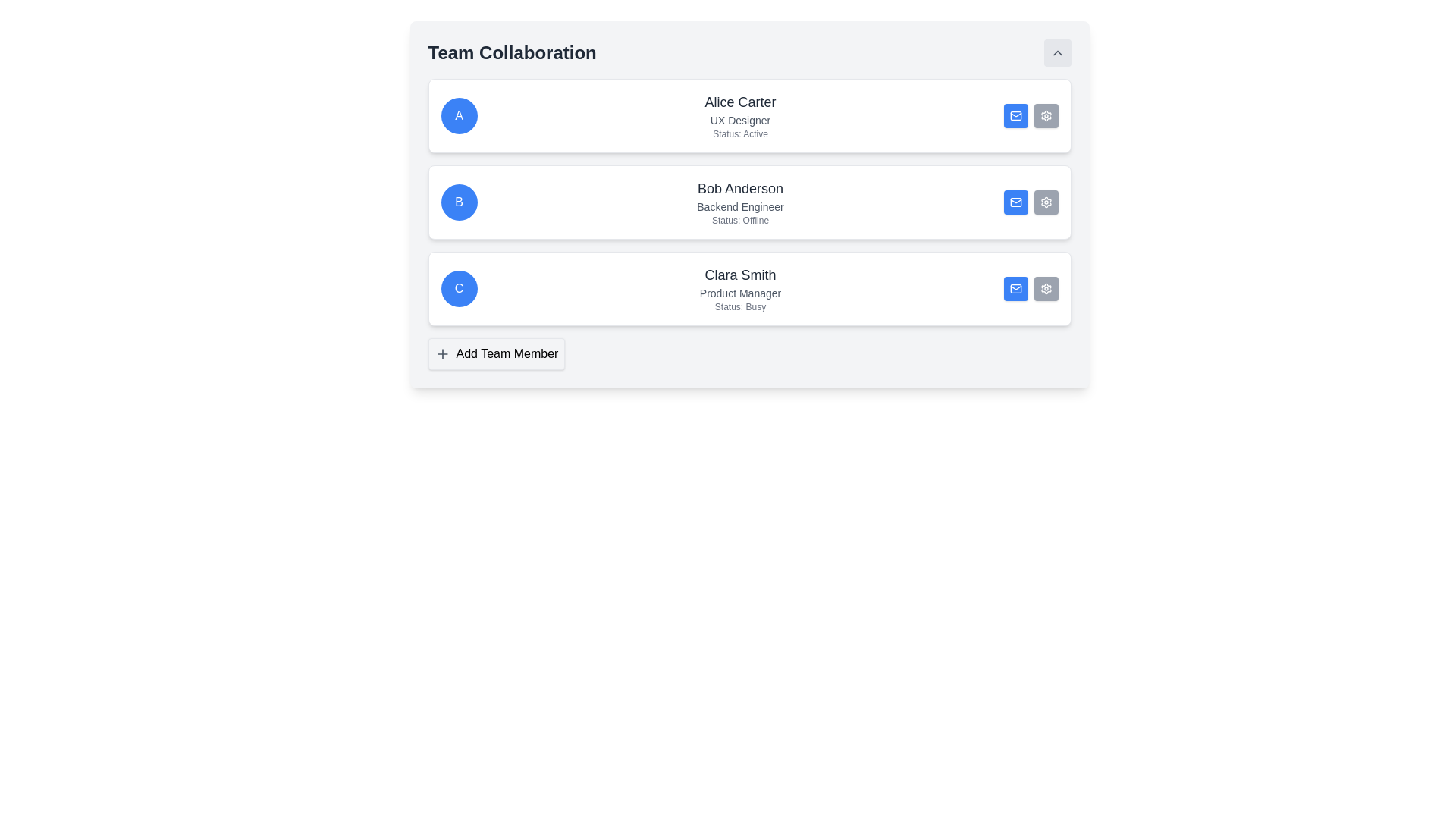 Image resolution: width=1456 pixels, height=819 pixels. Describe the element at coordinates (1031, 115) in the screenshot. I see `the interactive button group consisting of a blue mail icon button and a gray gear icon button located in the 'Team Collaboration' section, positioned to the far right of the card for 'Alice Carter, UX Designer, Status: Active'` at that location.